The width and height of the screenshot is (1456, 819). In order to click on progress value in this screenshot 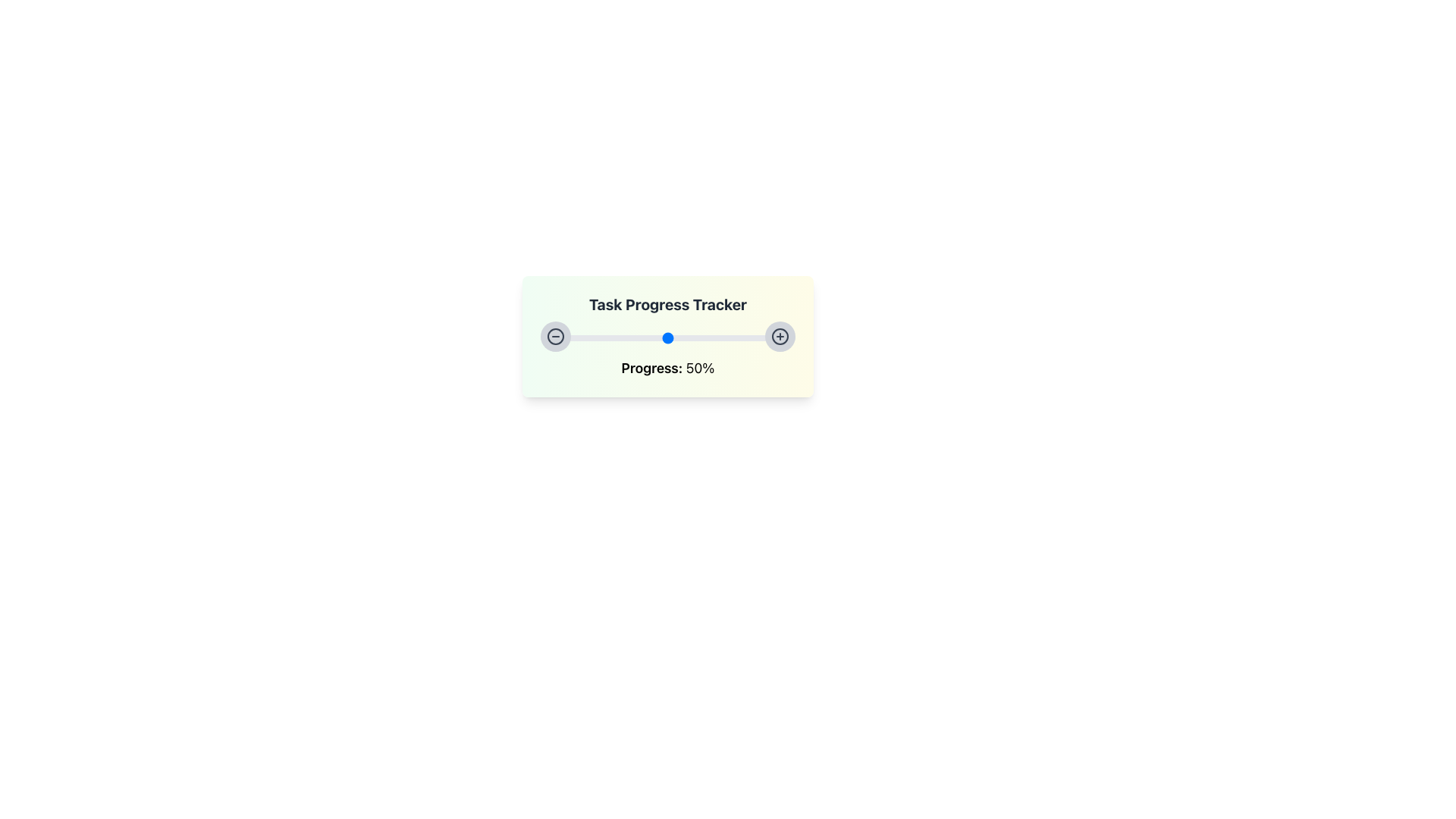, I will do `click(687, 335)`.